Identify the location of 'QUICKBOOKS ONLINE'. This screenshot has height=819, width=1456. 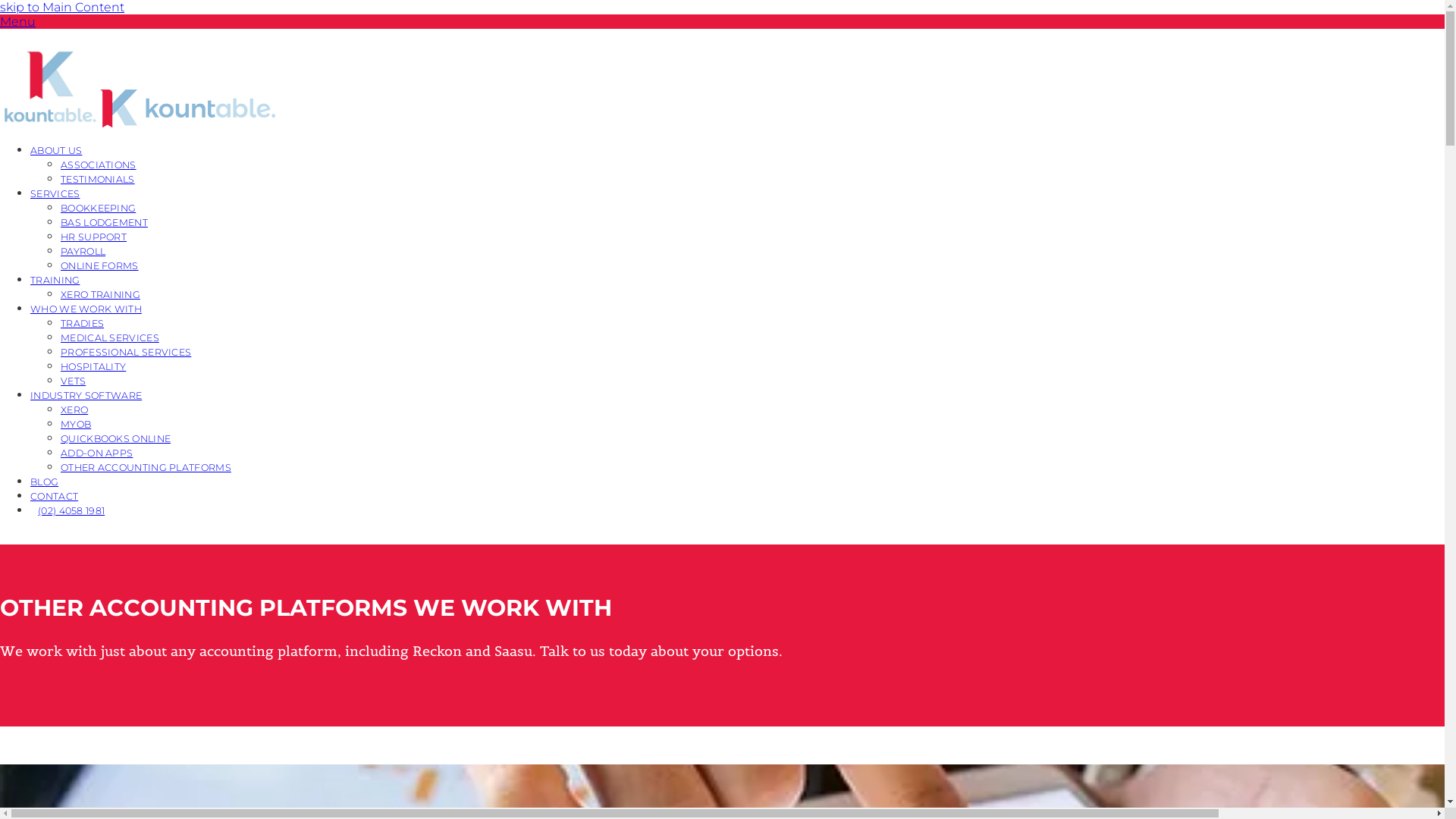
(115, 438).